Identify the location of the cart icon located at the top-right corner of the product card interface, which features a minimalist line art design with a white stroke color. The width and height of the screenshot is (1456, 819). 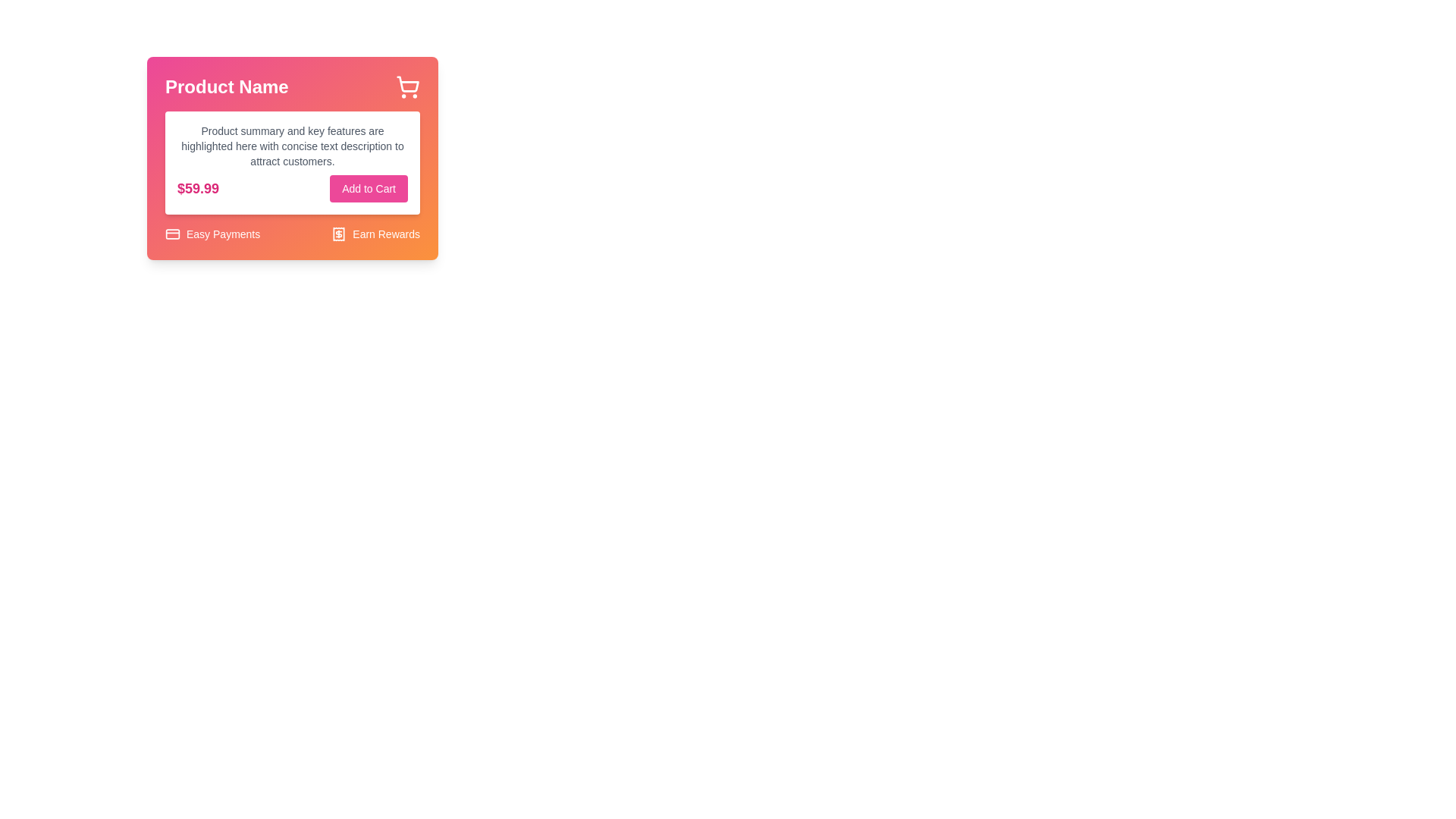
(408, 84).